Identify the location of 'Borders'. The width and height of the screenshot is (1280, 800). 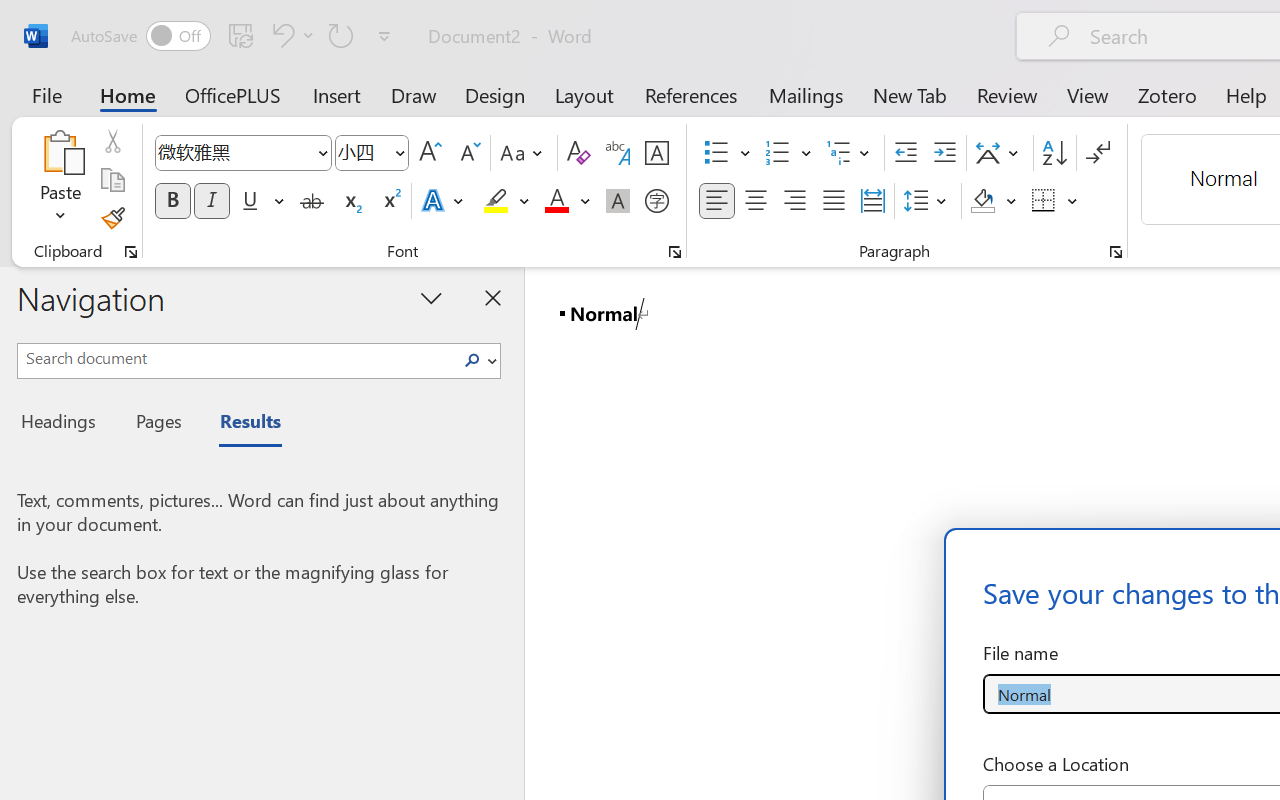
(1043, 201).